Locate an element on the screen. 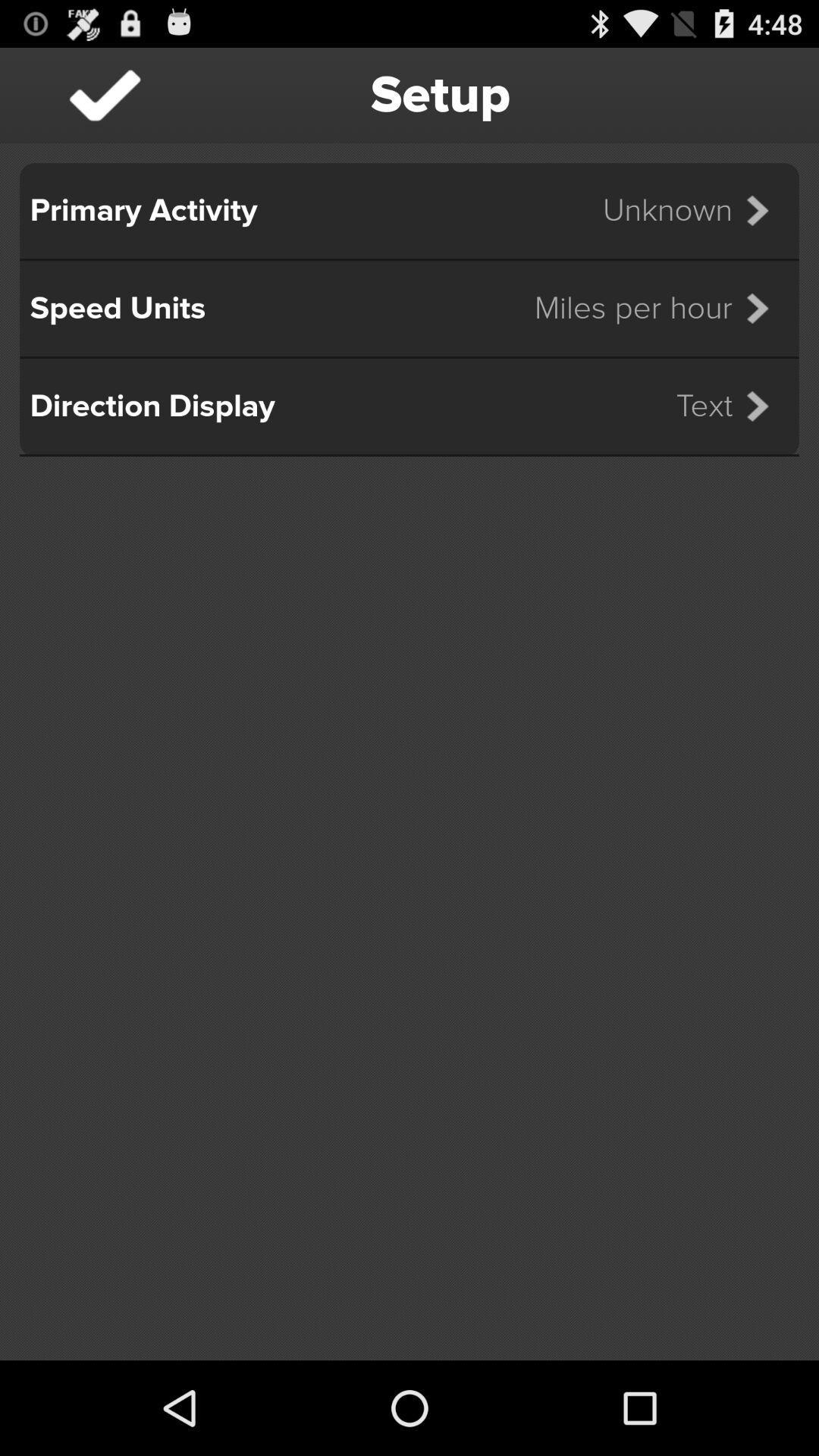 The width and height of the screenshot is (819, 1456). icon at the top left corner is located at coordinates (104, 94).